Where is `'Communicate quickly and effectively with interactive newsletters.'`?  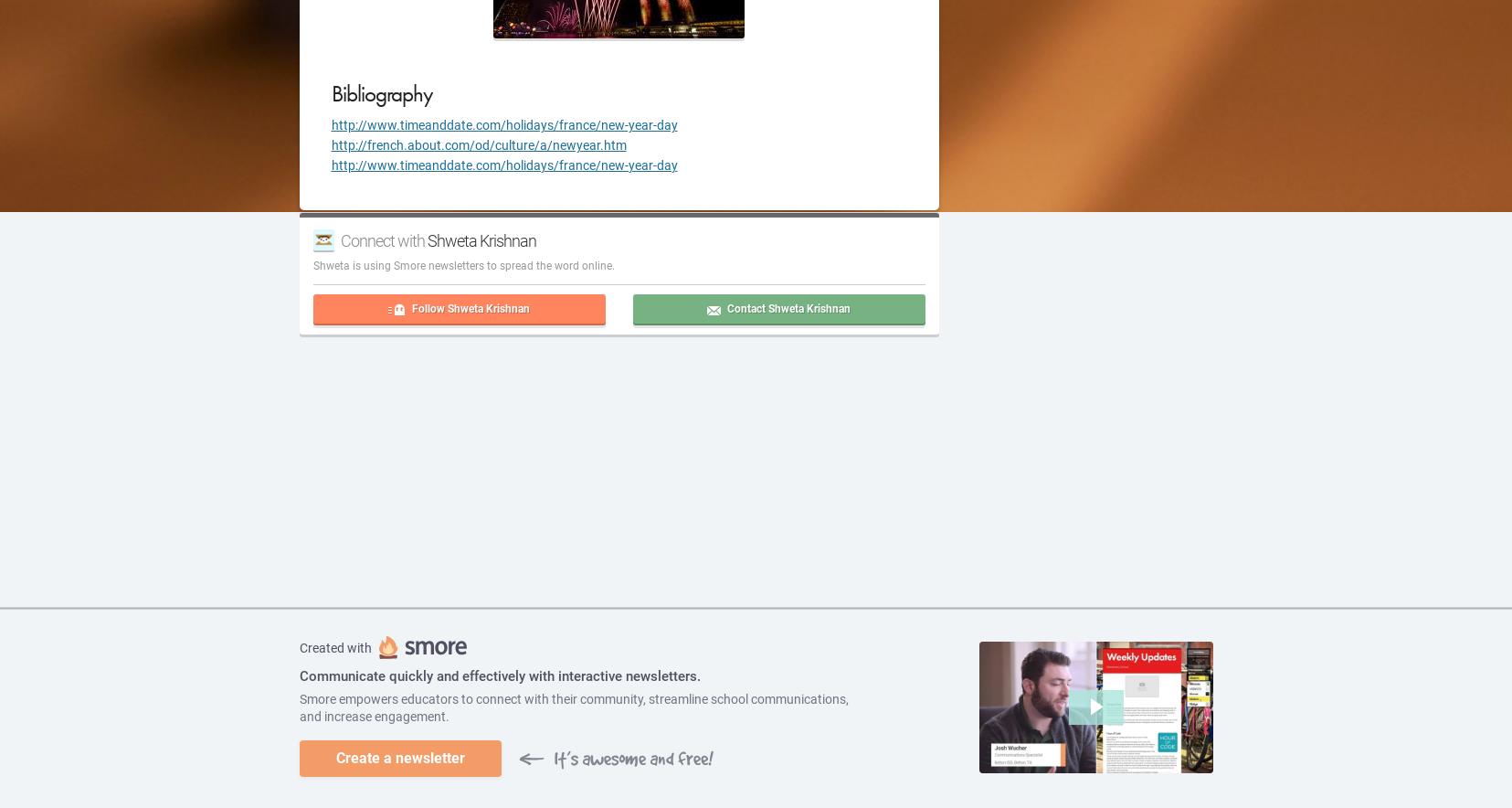 'Communicate quickly and effectively with interactive newsletters.' is located at coordinates (299, 675).